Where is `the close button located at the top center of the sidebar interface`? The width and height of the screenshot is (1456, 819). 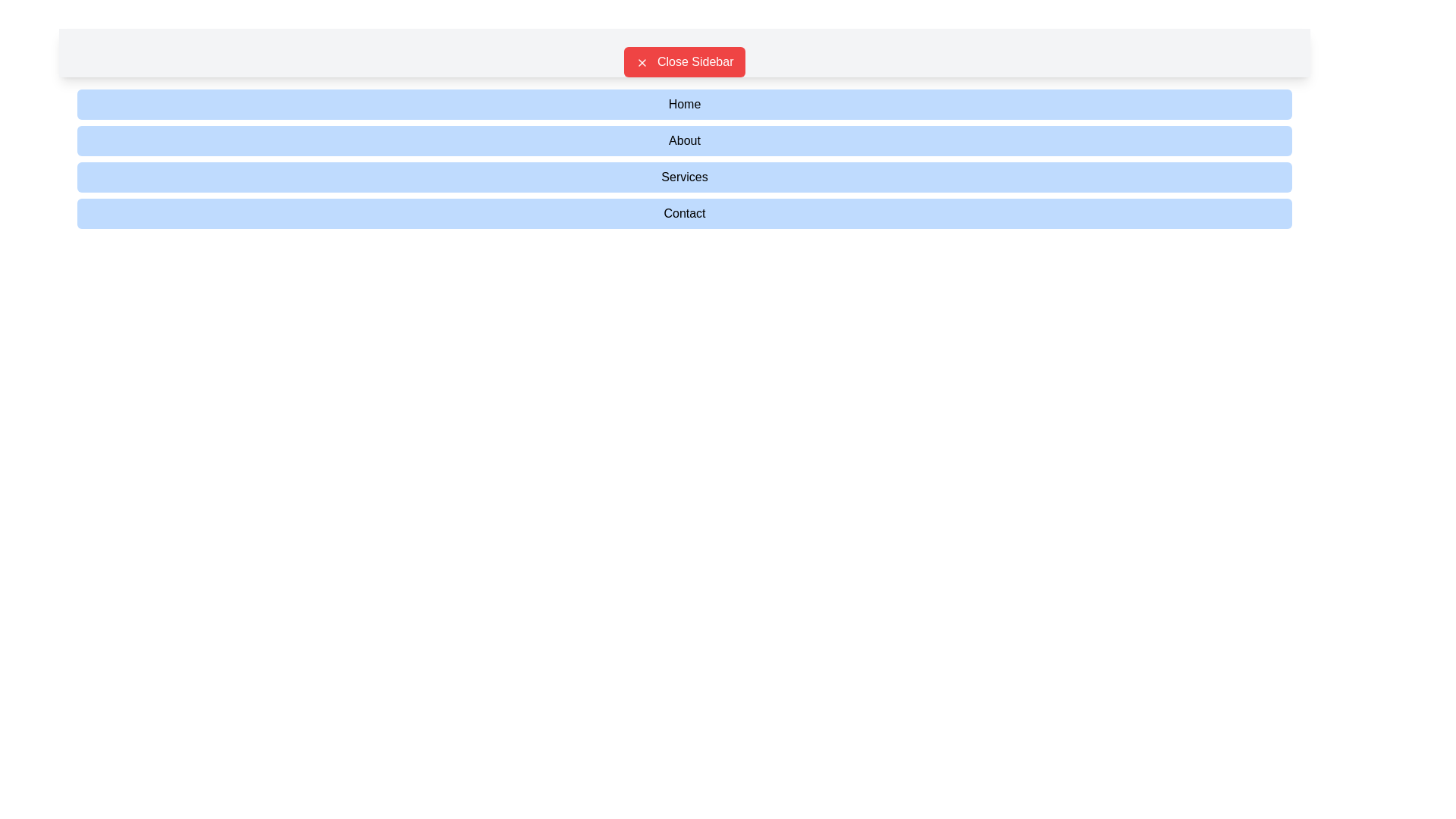 the close button located at the top center of the sidebar interface is located at coordinates (683, 61).